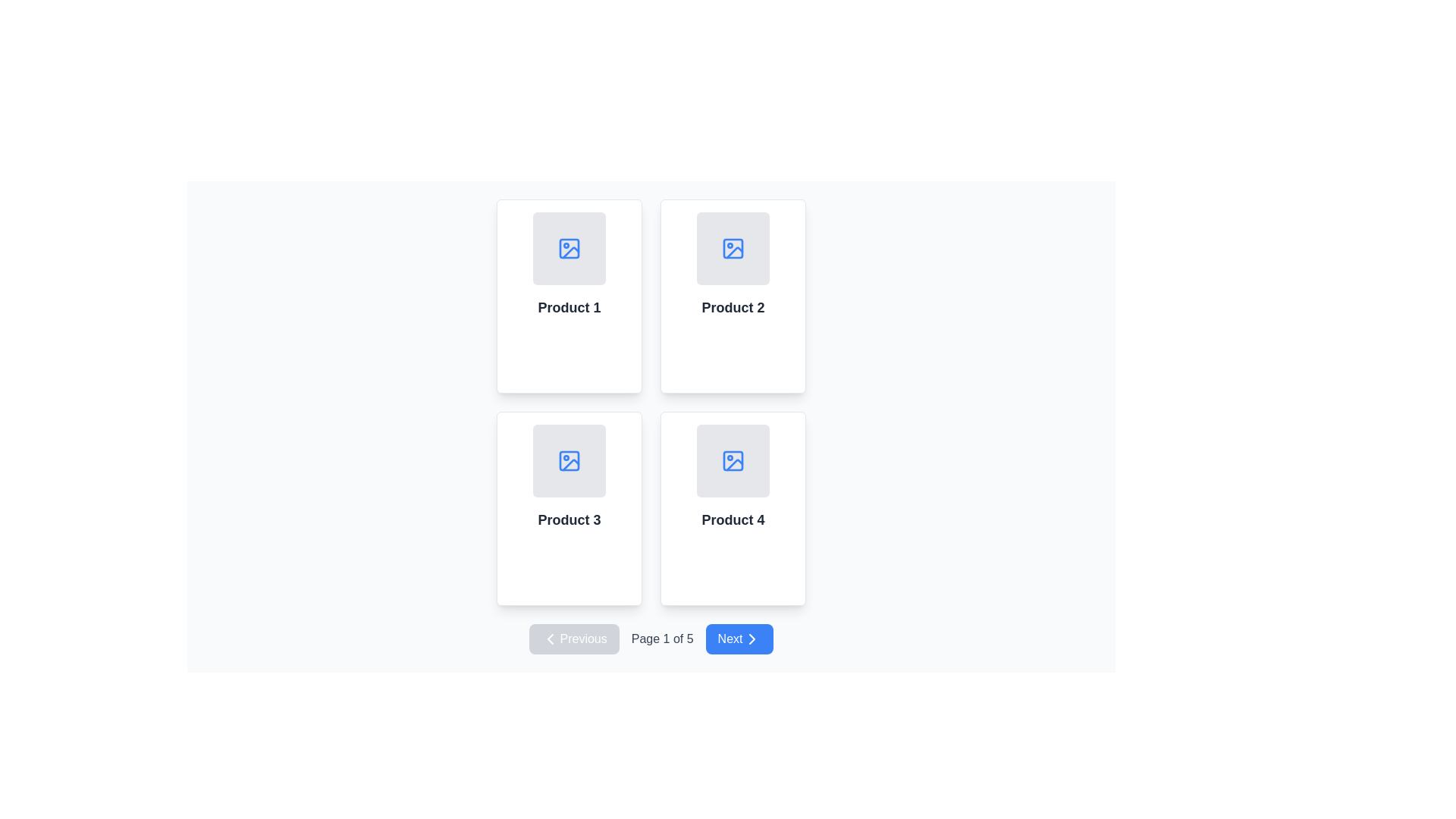  I want to click on the 'Next' button located at the bottom right of the interface, which has a vibrant blue background, white text, and a right-facing chevron icon, so click(739, 639).